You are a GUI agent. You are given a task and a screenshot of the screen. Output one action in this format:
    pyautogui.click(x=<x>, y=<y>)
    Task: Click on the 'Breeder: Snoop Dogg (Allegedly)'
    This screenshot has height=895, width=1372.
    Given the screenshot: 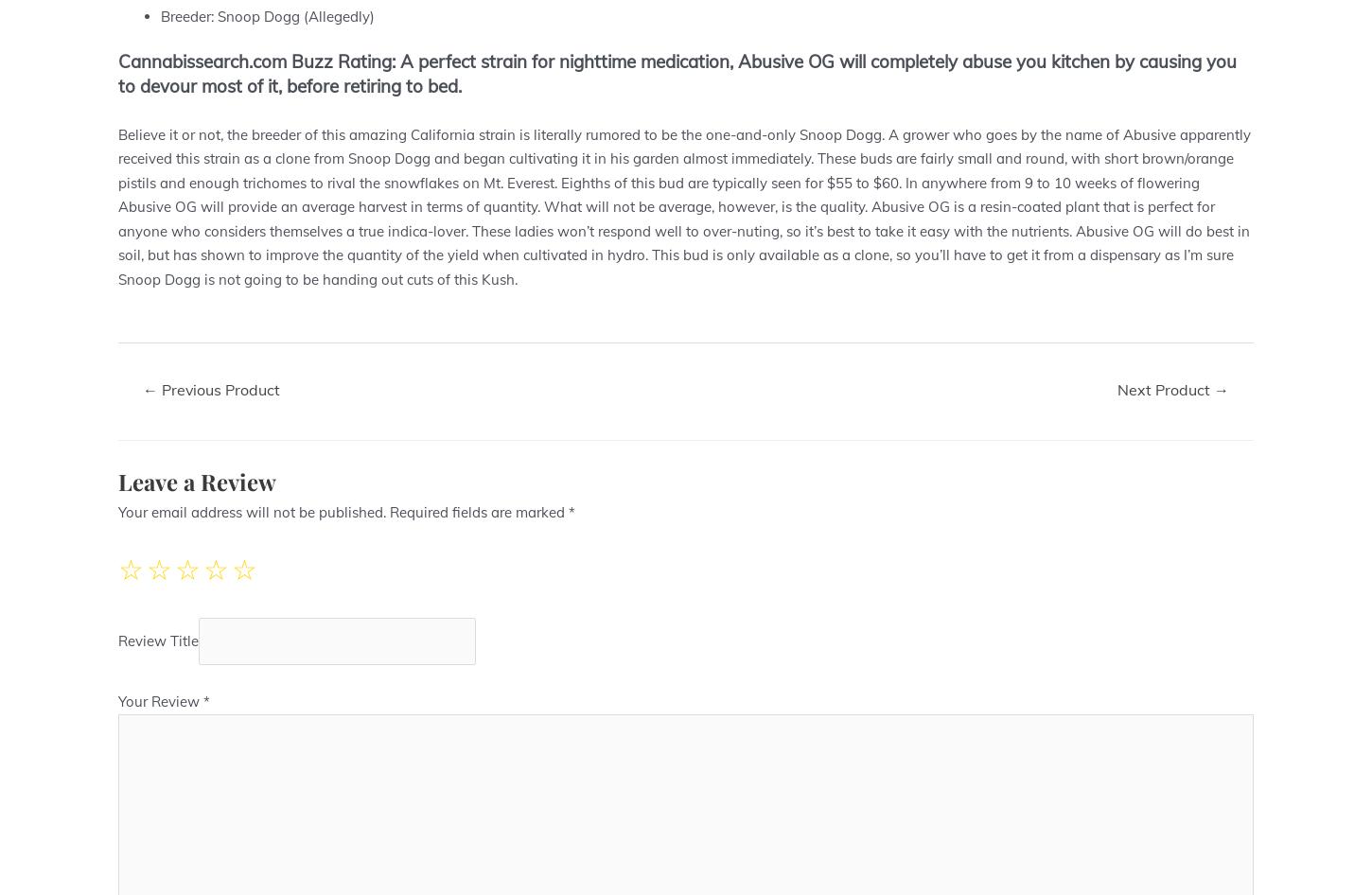 What is the action you would take?
    pyautogui.click(x=268, y=15)
    